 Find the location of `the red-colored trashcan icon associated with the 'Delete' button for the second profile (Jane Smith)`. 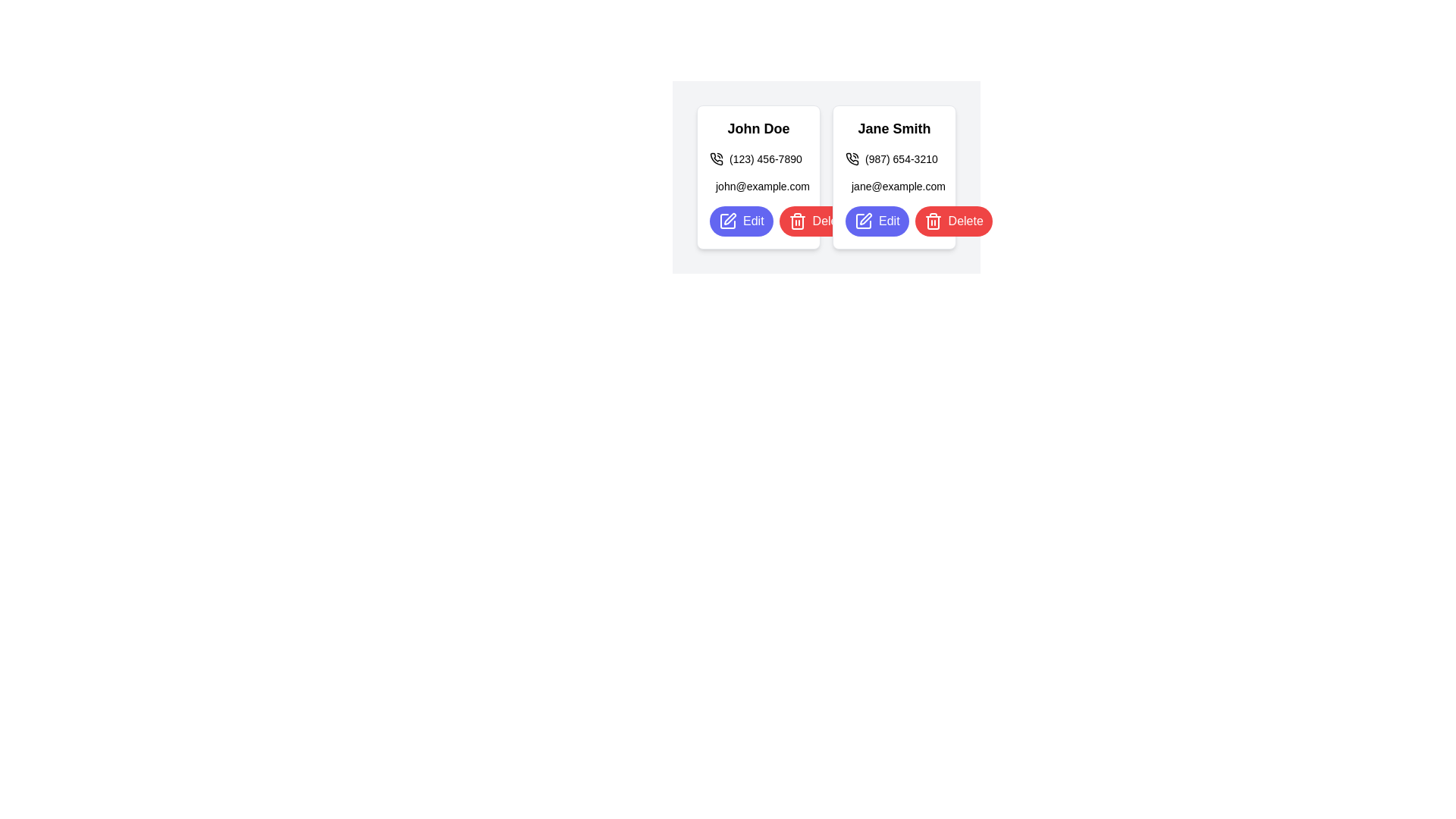

the red-colored trashcan icon associated with the 'Delete' button for the second profile (Jane Smith) is located at coordinates (796, 222).